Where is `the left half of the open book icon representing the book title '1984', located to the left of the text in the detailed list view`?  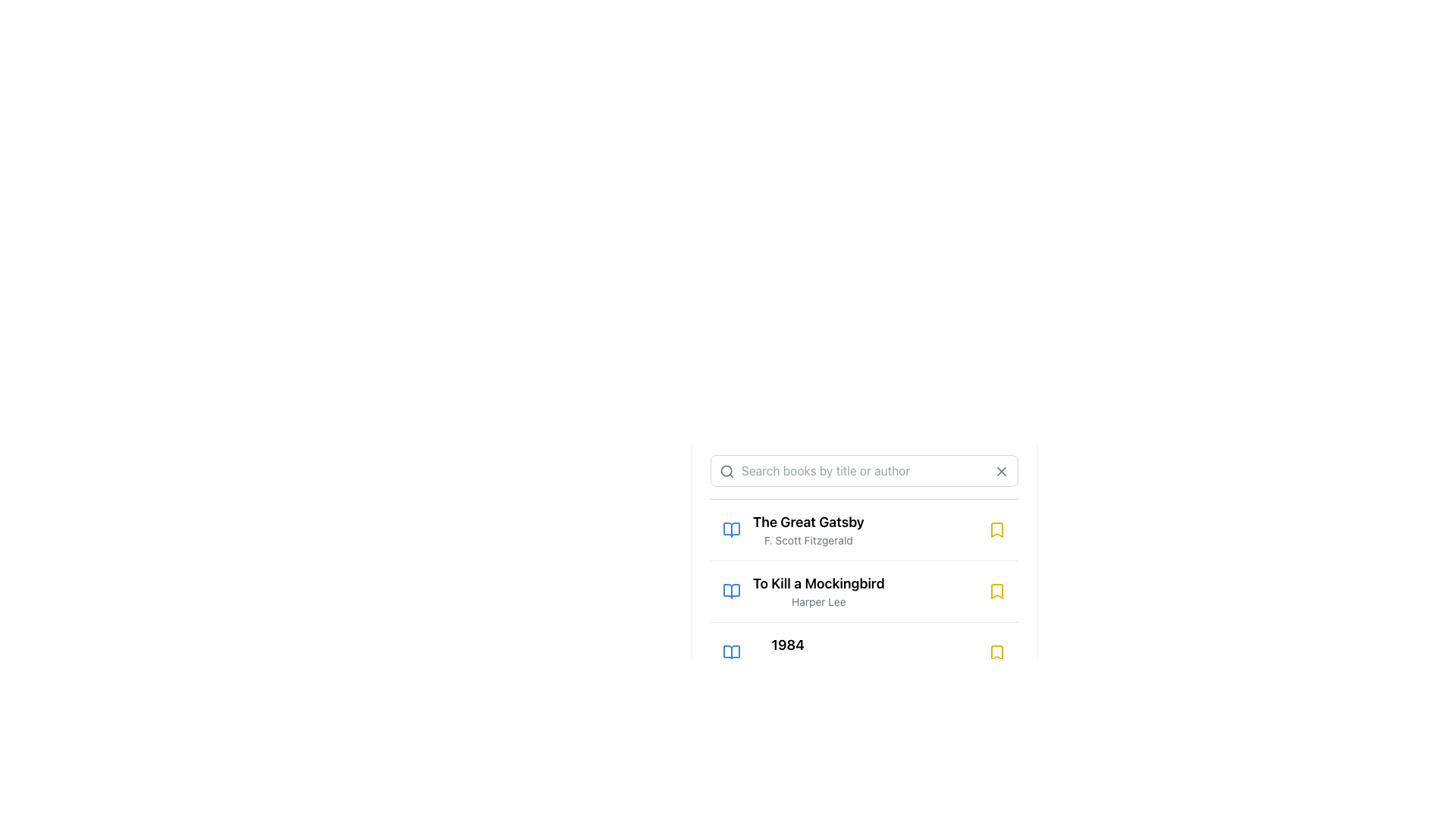 the left half of the open book icon representing the book title '1984', located to the left of the text in the detailed list view is located at coordinates (731, 651).